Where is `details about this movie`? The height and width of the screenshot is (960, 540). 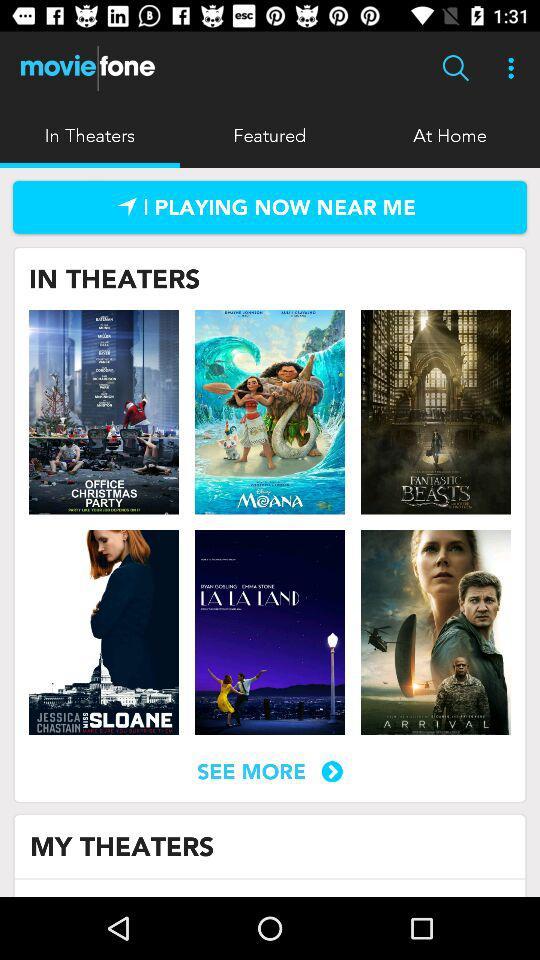 details about this movie is located at coordinates (104, 631).